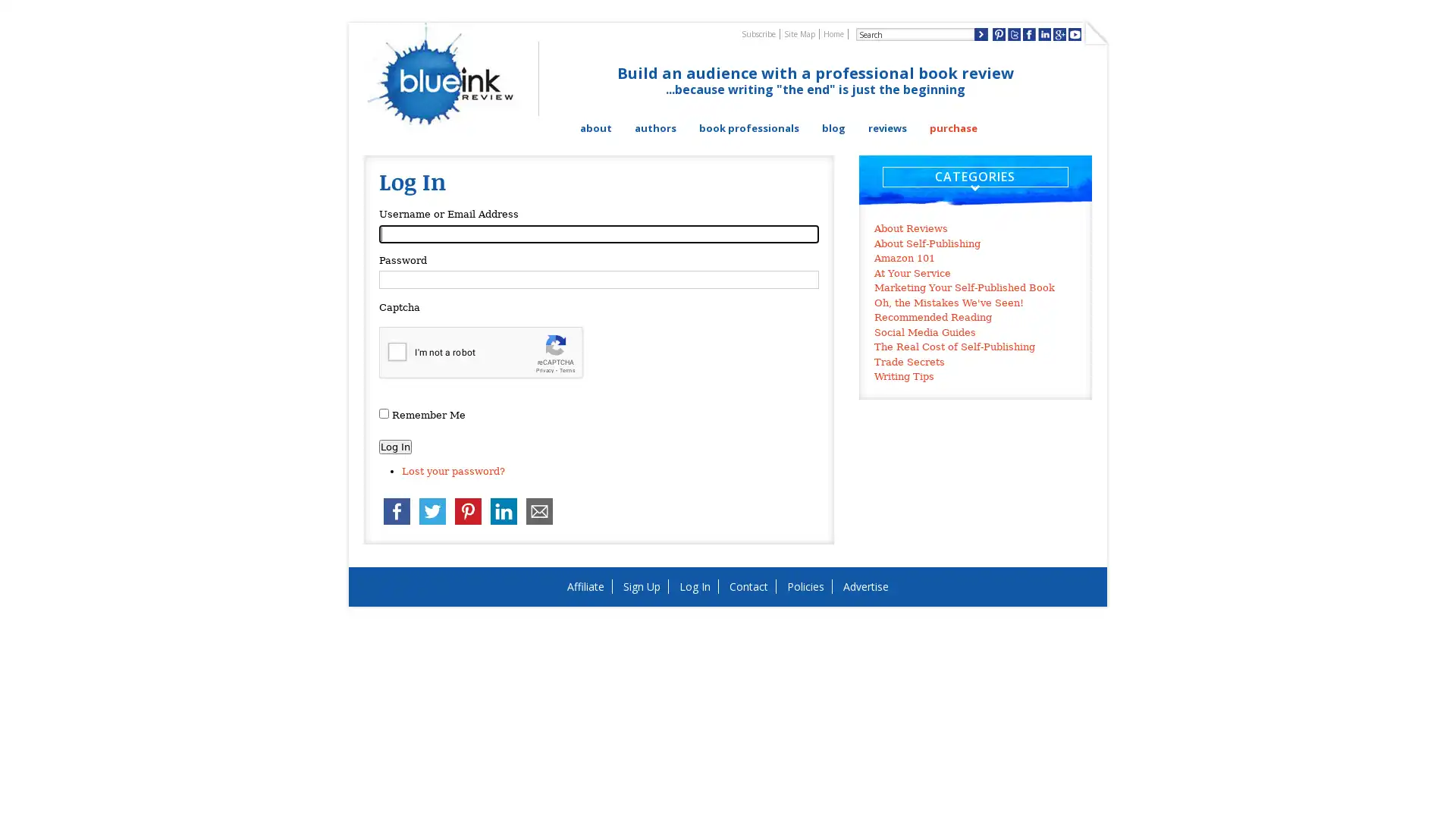  Describe the element at coordinates (395, 445) in the screenshot. I see `Log In` at that location.